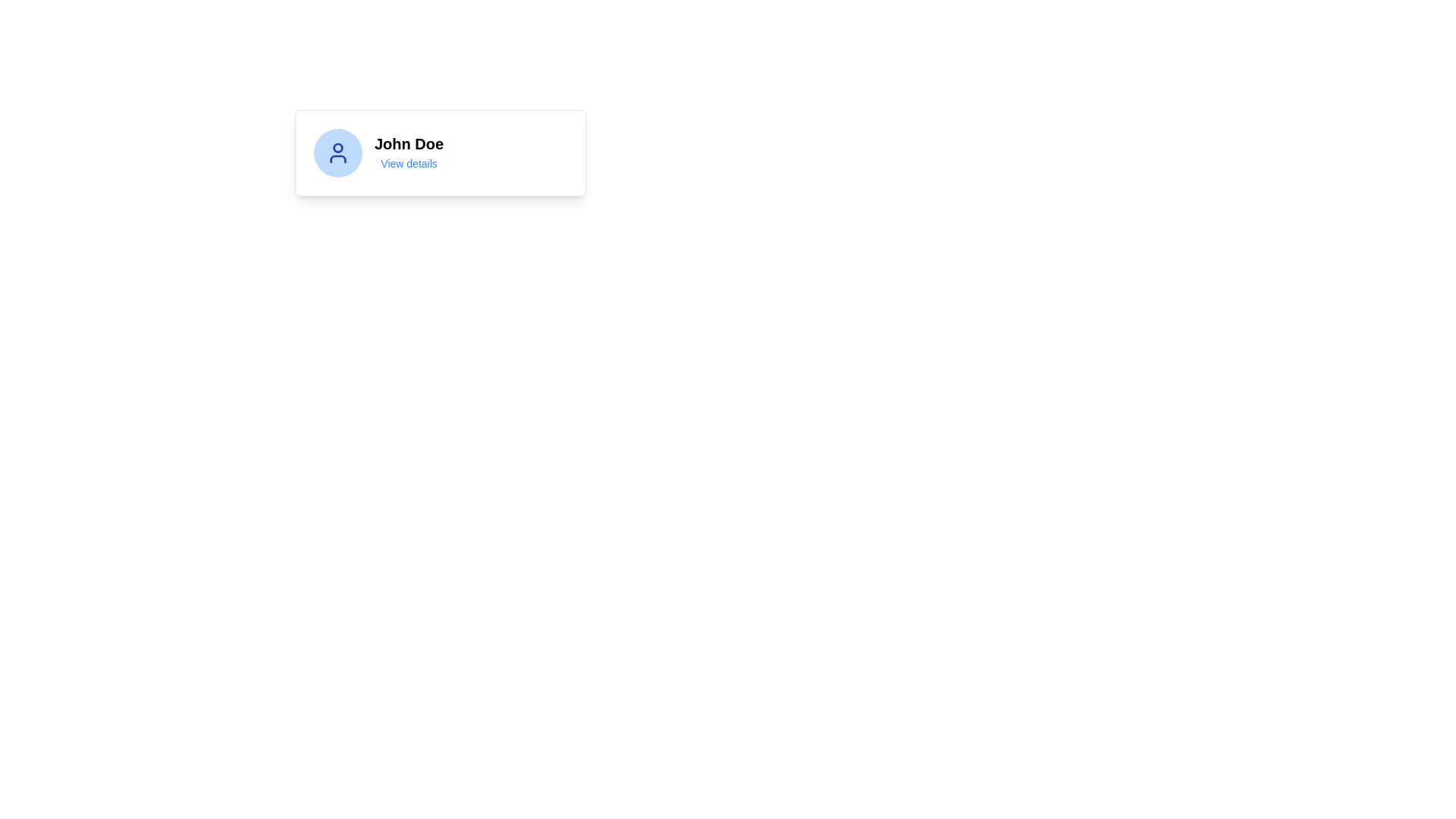 Image resolution: width=1456 pixels, height=819 pixels. What do you see at coordinates (337, 152) in the screenshot?
I see `the avatar representing the user 'John Doe', which is located at the beginning of a horizontal card-like section` at bounding box center [337, 152].